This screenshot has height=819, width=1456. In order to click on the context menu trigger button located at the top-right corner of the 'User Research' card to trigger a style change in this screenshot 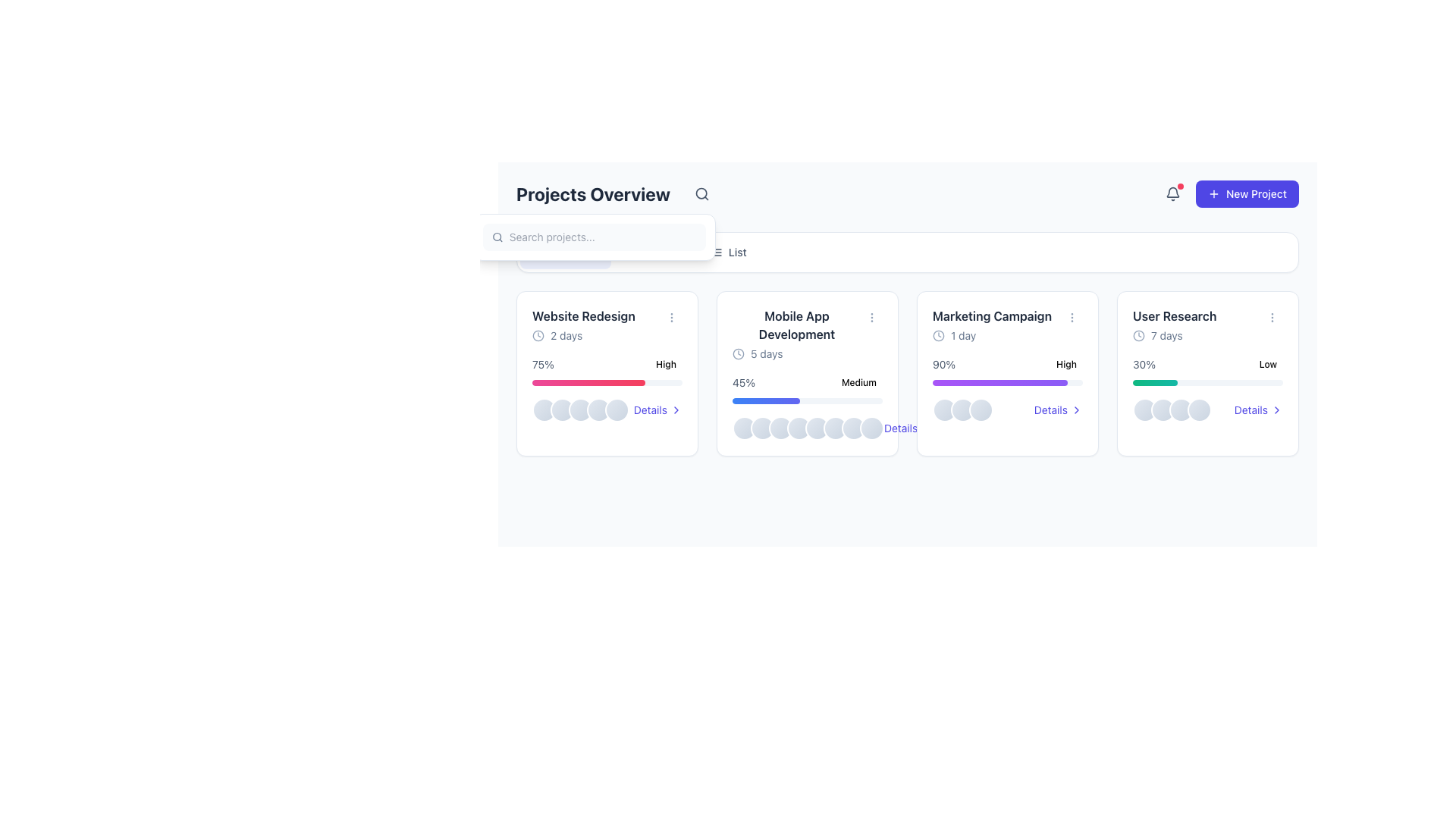, I will do `click(1272, 317)`.